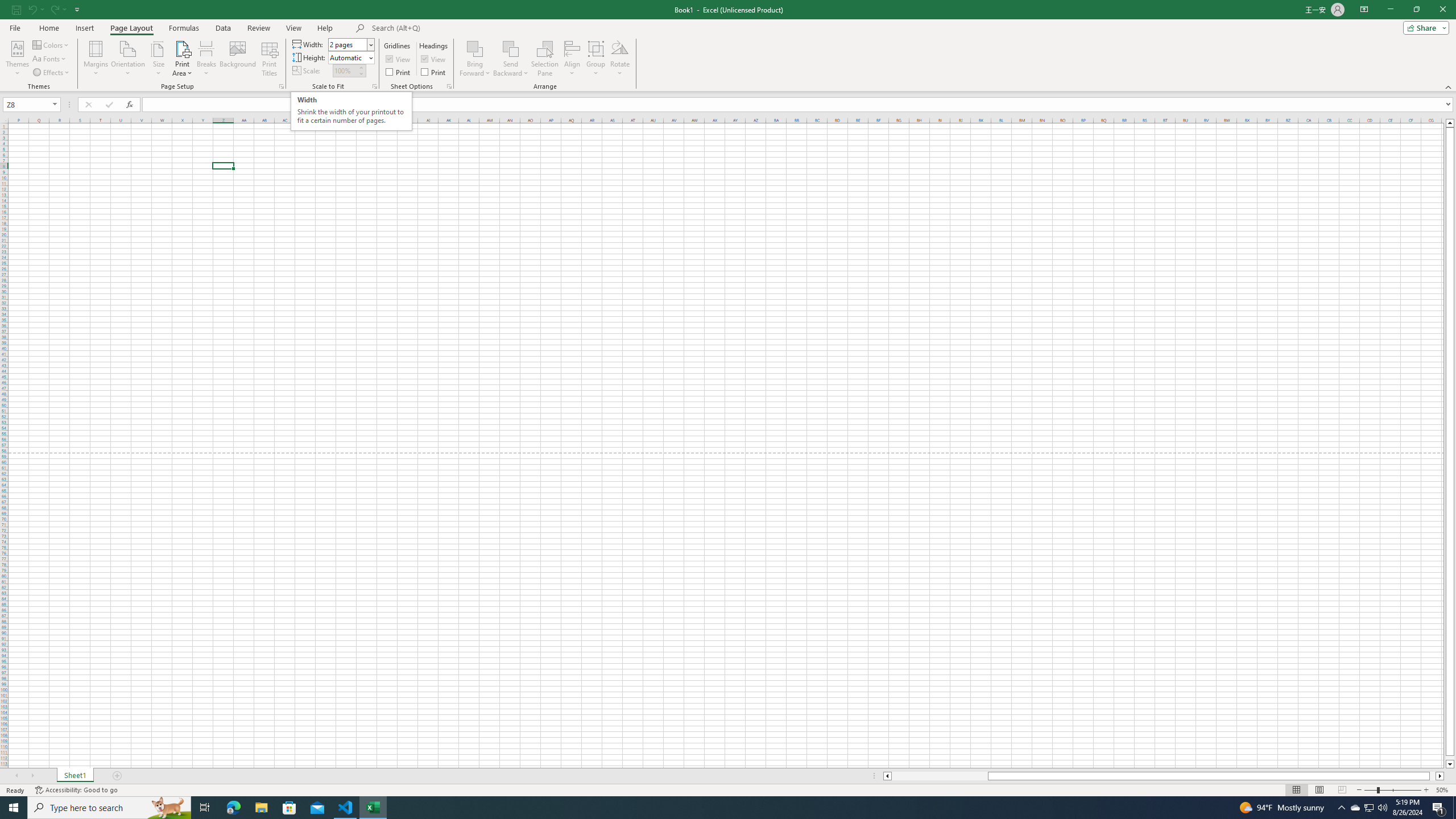 The height and width of the screenshot is (819, 1456). Describe the element at coordinates (475, 48) in the screenshot. I see `'Bring Forward'` at that location.